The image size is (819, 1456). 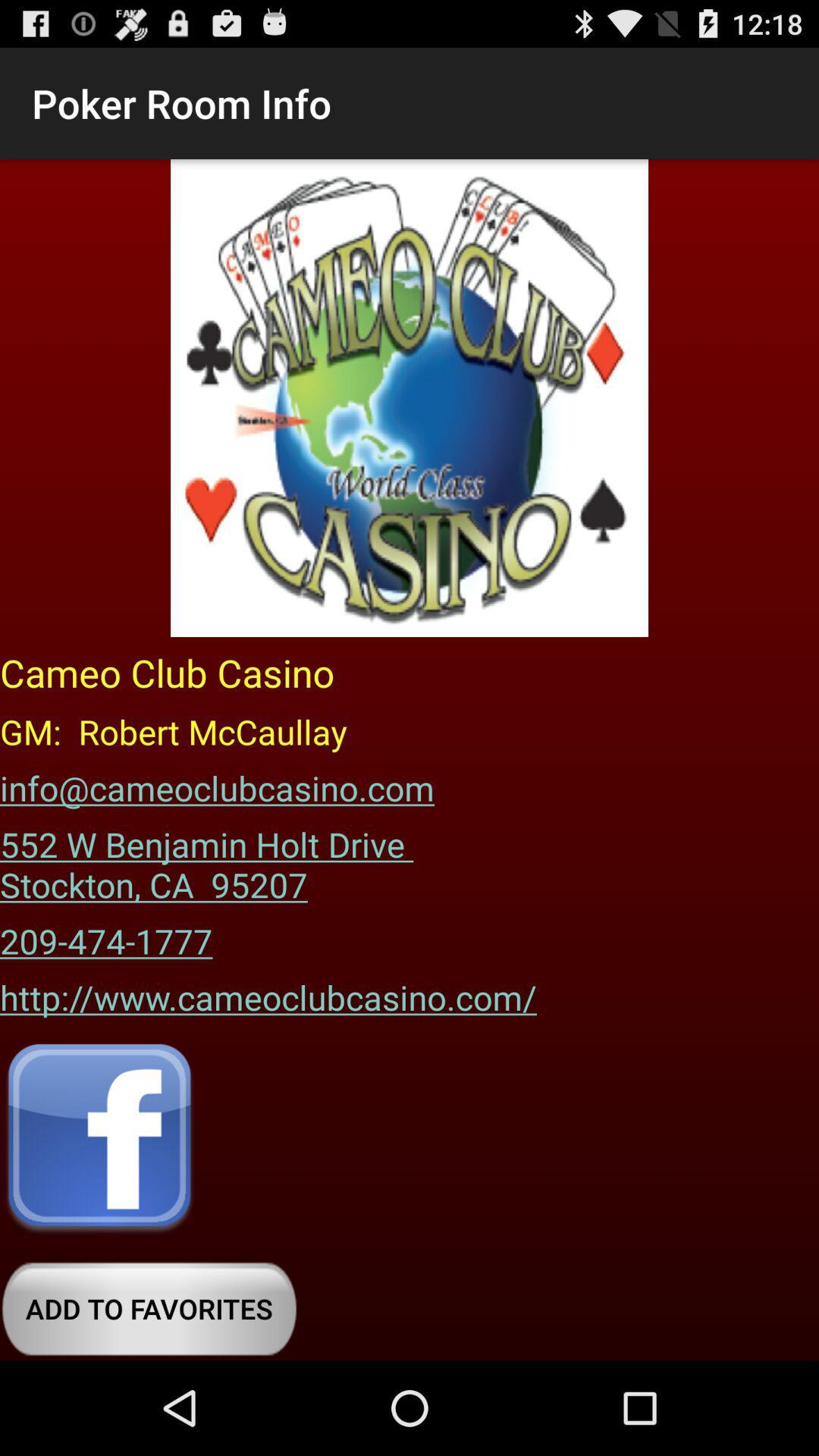 I want to click on the item below the info@cameoclubcasino.com icon, so click(x=212, y=859).